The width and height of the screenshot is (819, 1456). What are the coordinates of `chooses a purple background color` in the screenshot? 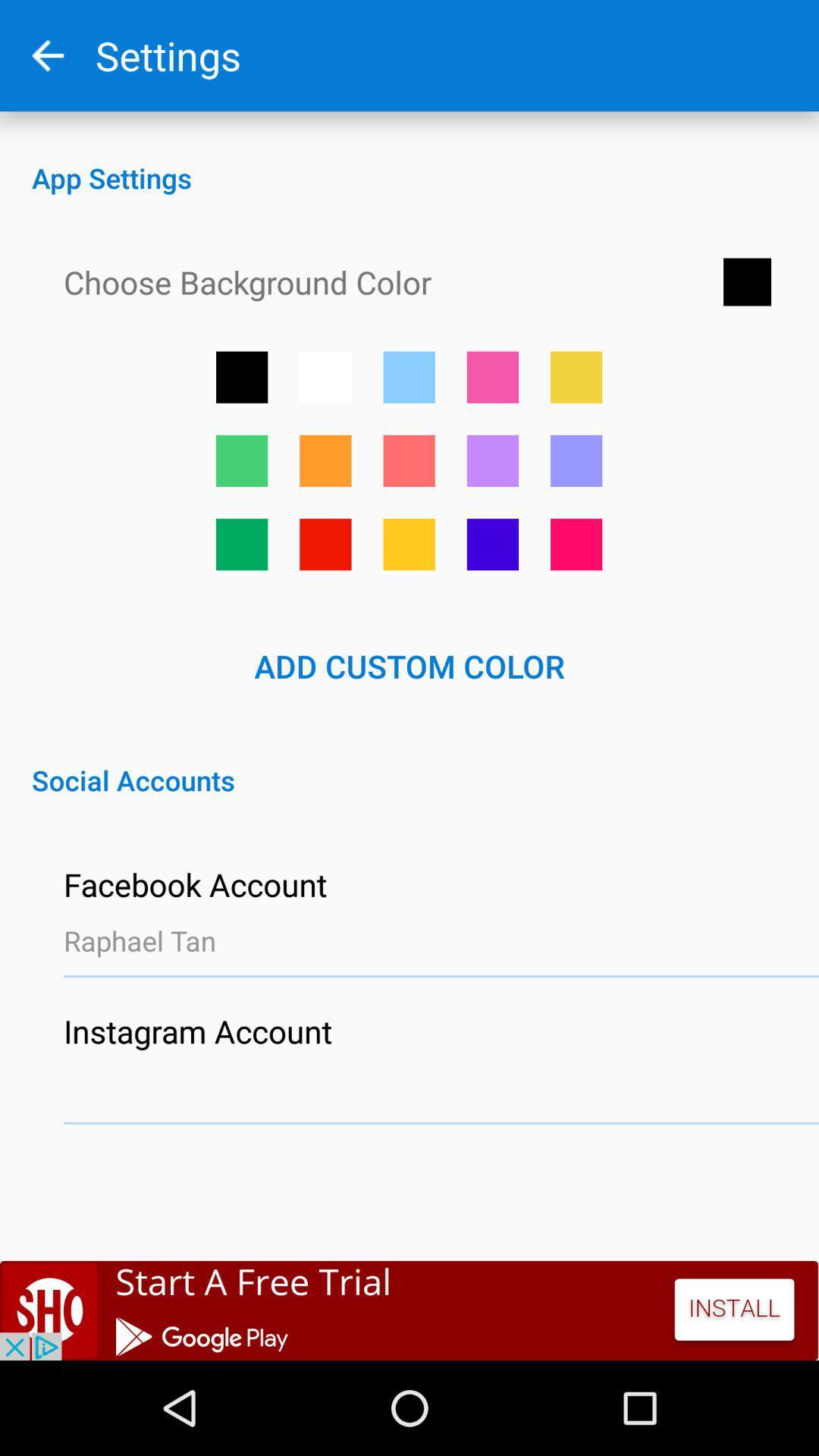 It's located at (492, 460).